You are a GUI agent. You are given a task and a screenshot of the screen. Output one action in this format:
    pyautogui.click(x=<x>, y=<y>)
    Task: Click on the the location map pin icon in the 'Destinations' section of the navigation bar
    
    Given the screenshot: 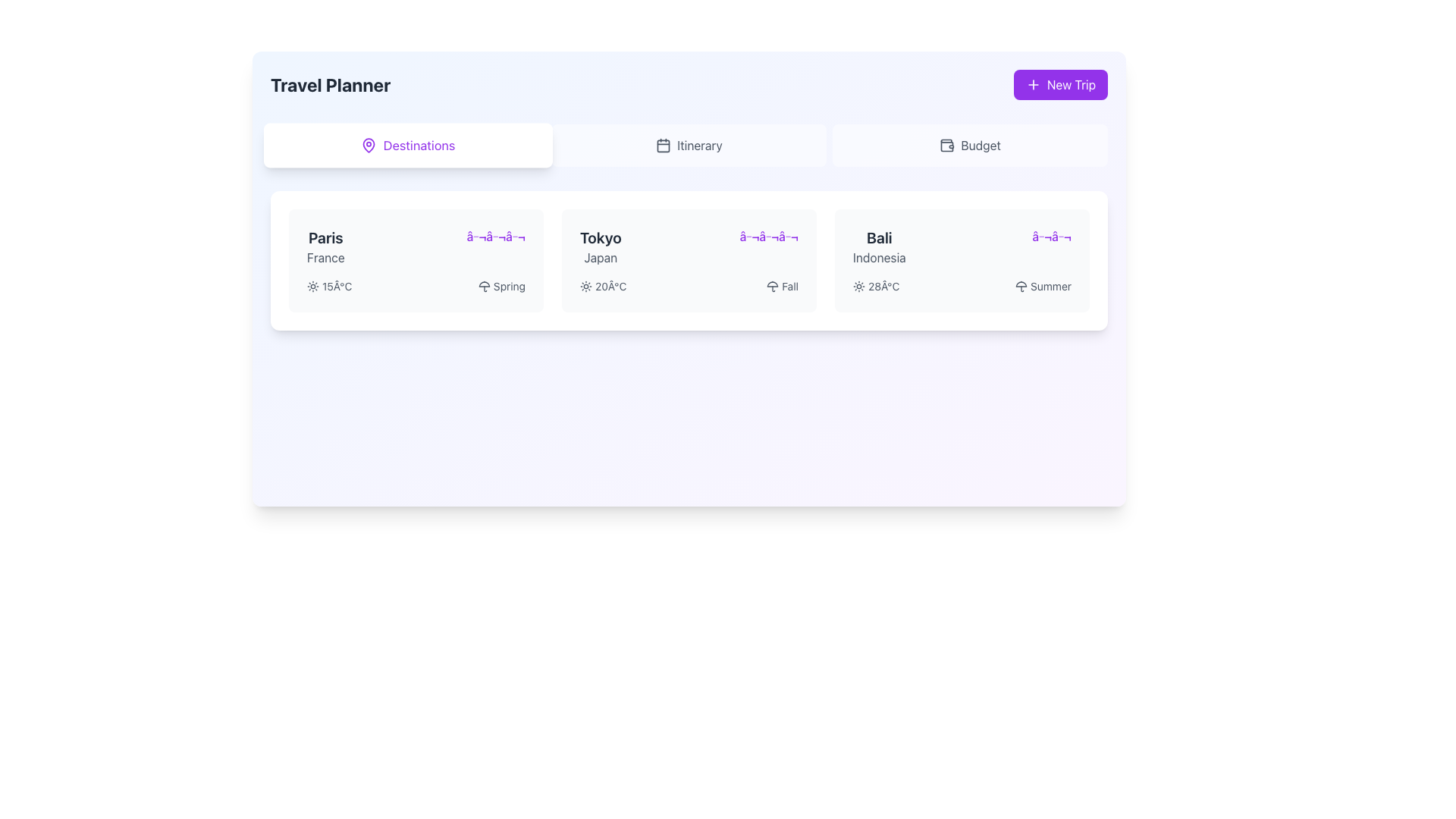 What is the action you would take?
    pyautogui.click(x=369, y=146)
    